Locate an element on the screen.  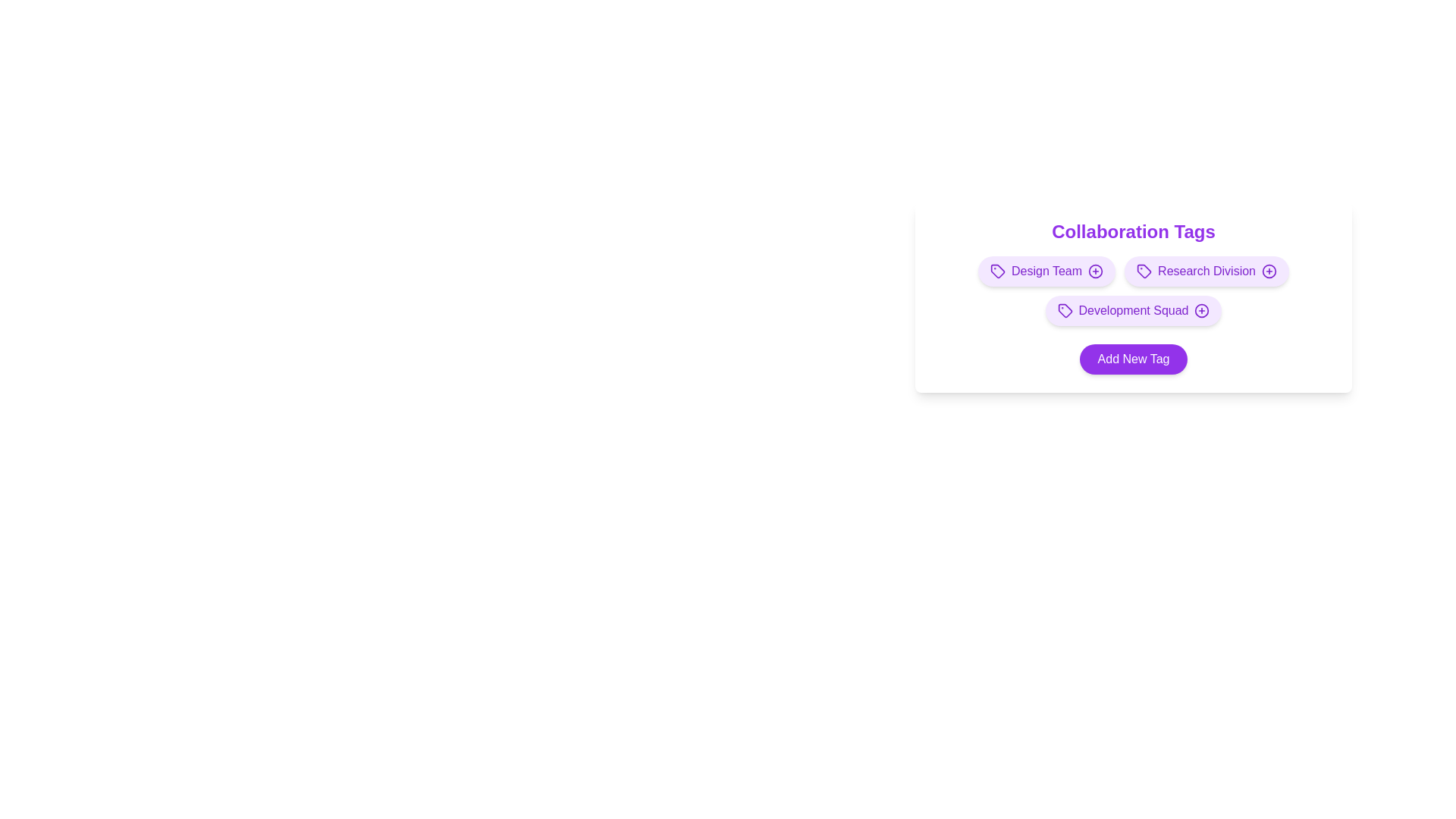
remove icon next to the tag labeled Development Squad to delete it is located at coordinates (1201, 309).